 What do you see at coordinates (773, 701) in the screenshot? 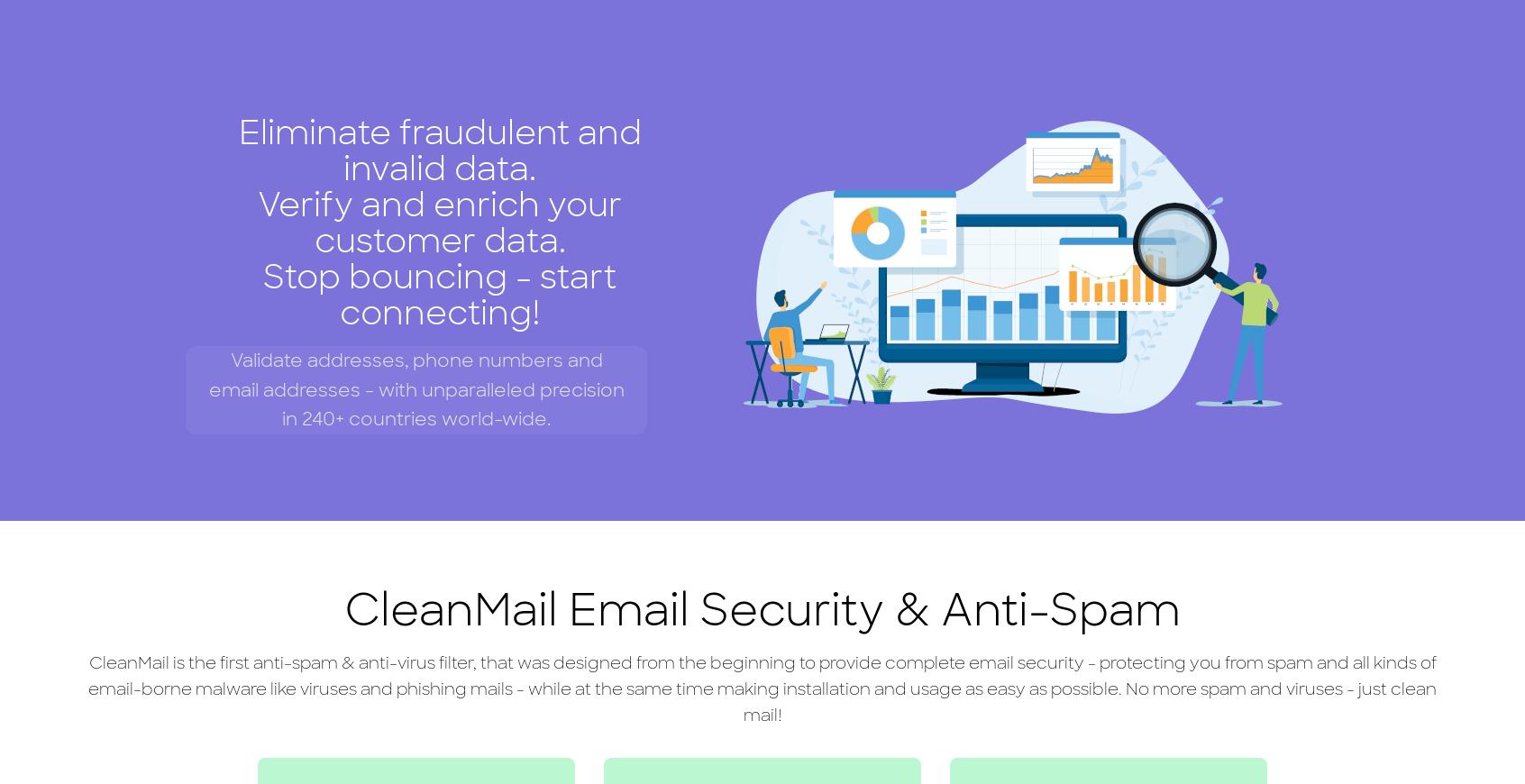
I see `'TLS: changed the way certificate chains are loaded'` at bounding box center [773, 701].